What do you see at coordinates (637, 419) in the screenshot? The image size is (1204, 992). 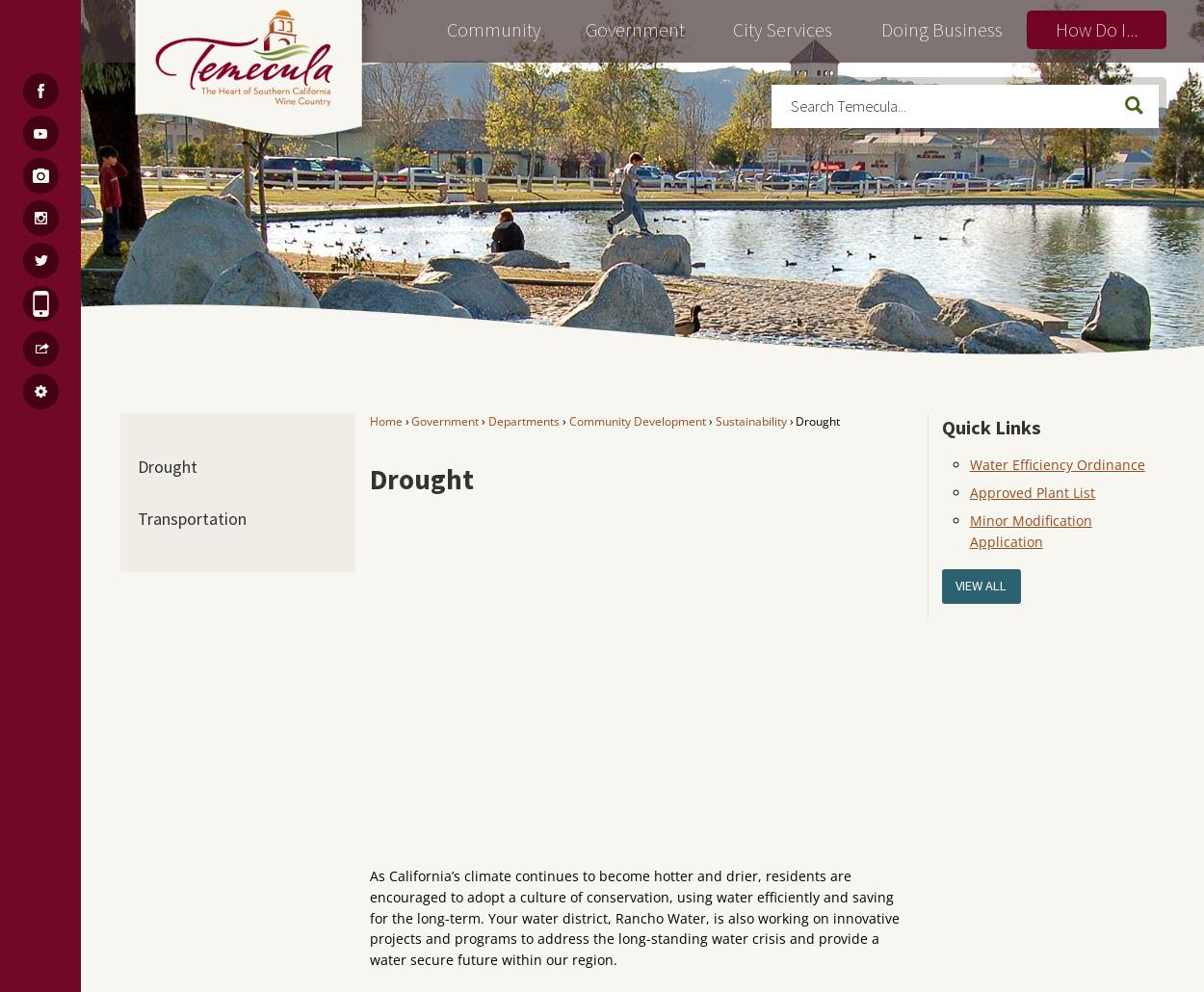 I see `'Community Development'` at bounding box center [637, 419].